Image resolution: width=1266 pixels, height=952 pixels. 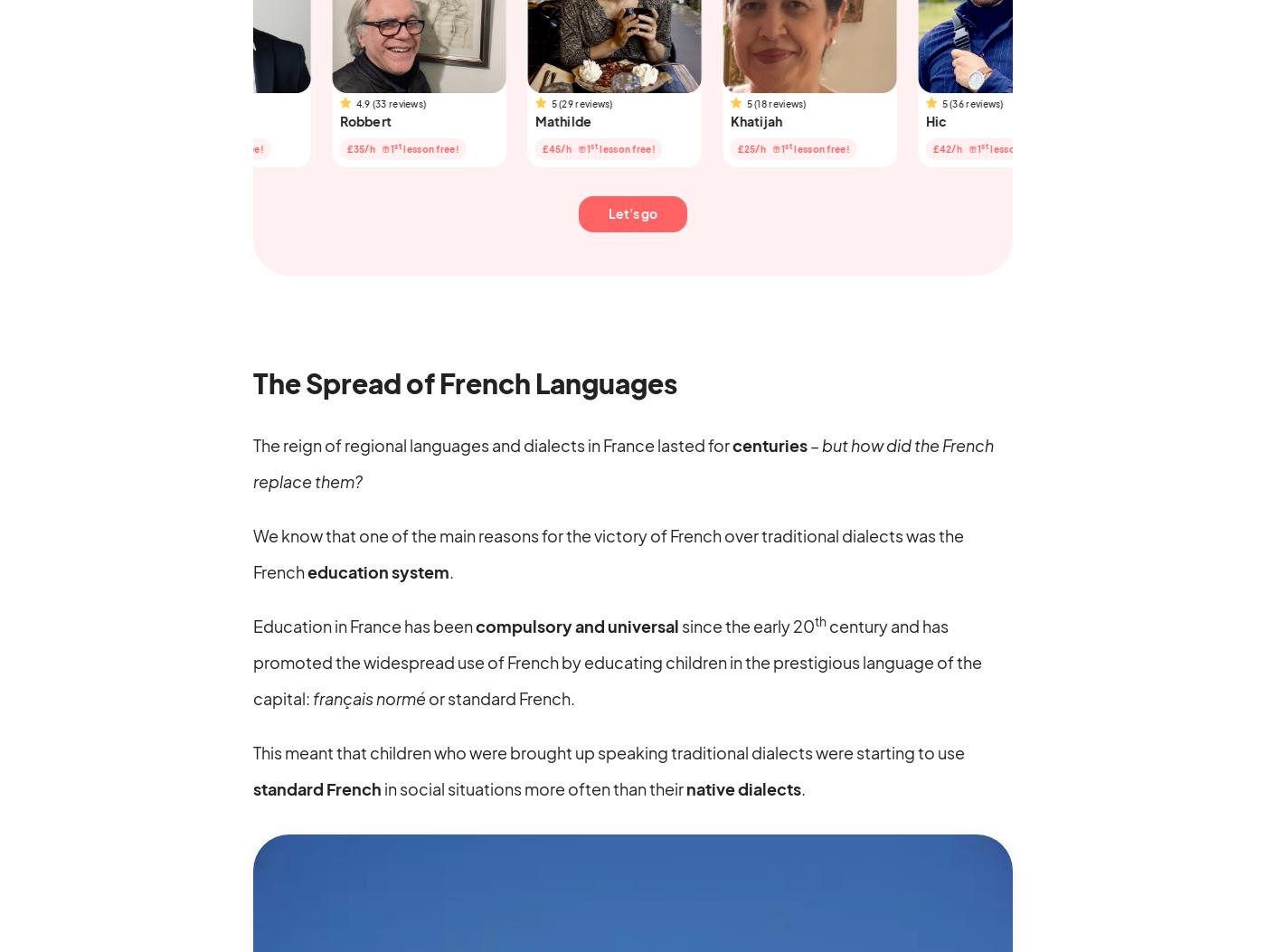 What do you see at coordinates (424, 697) in the screenshot?
I see `'or standard French.'` at bounding box center [424, 697].